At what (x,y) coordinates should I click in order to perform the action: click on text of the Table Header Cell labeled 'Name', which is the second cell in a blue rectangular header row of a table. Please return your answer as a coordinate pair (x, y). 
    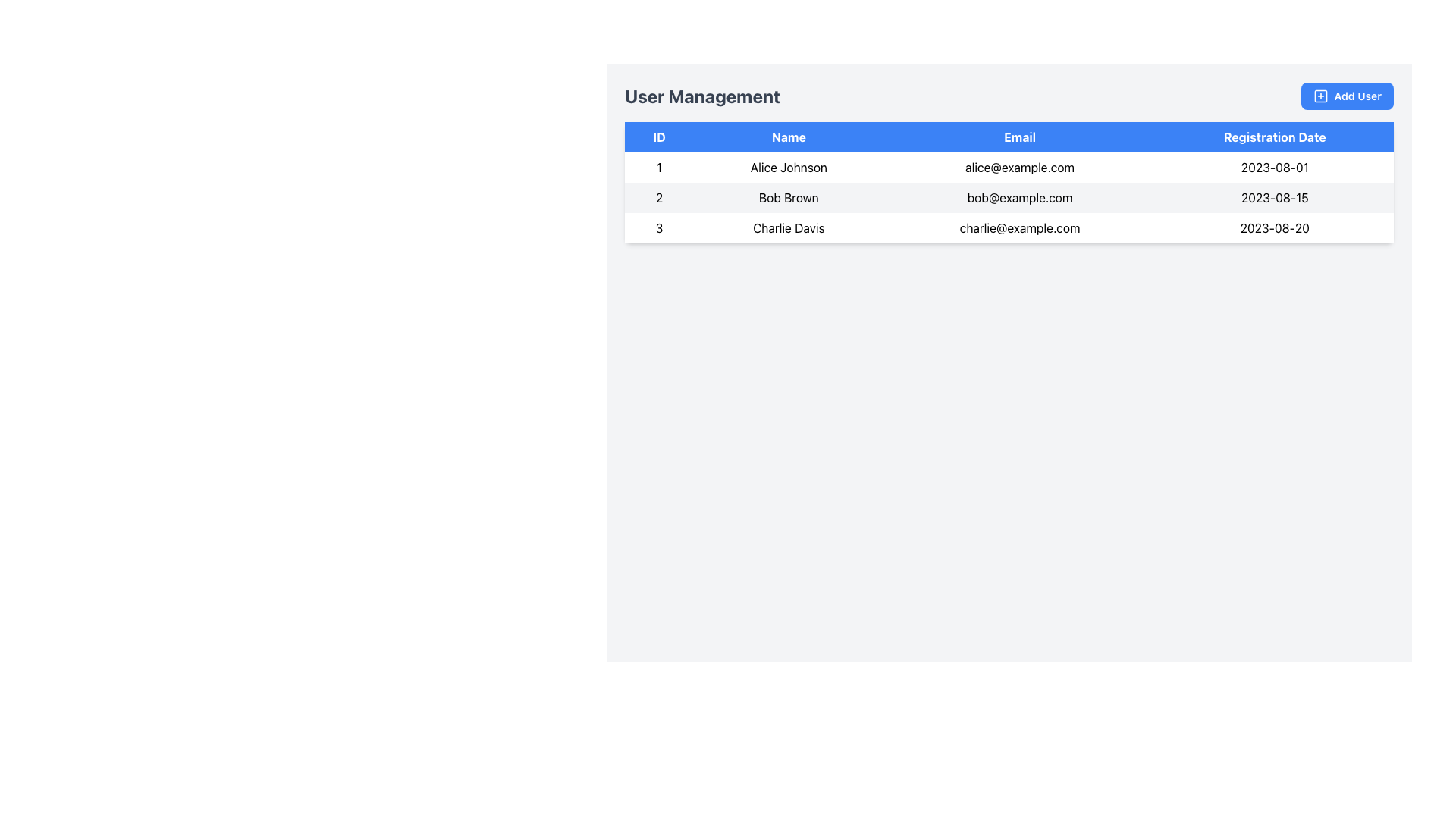
    Looking at the image, I should click on (789, 137).